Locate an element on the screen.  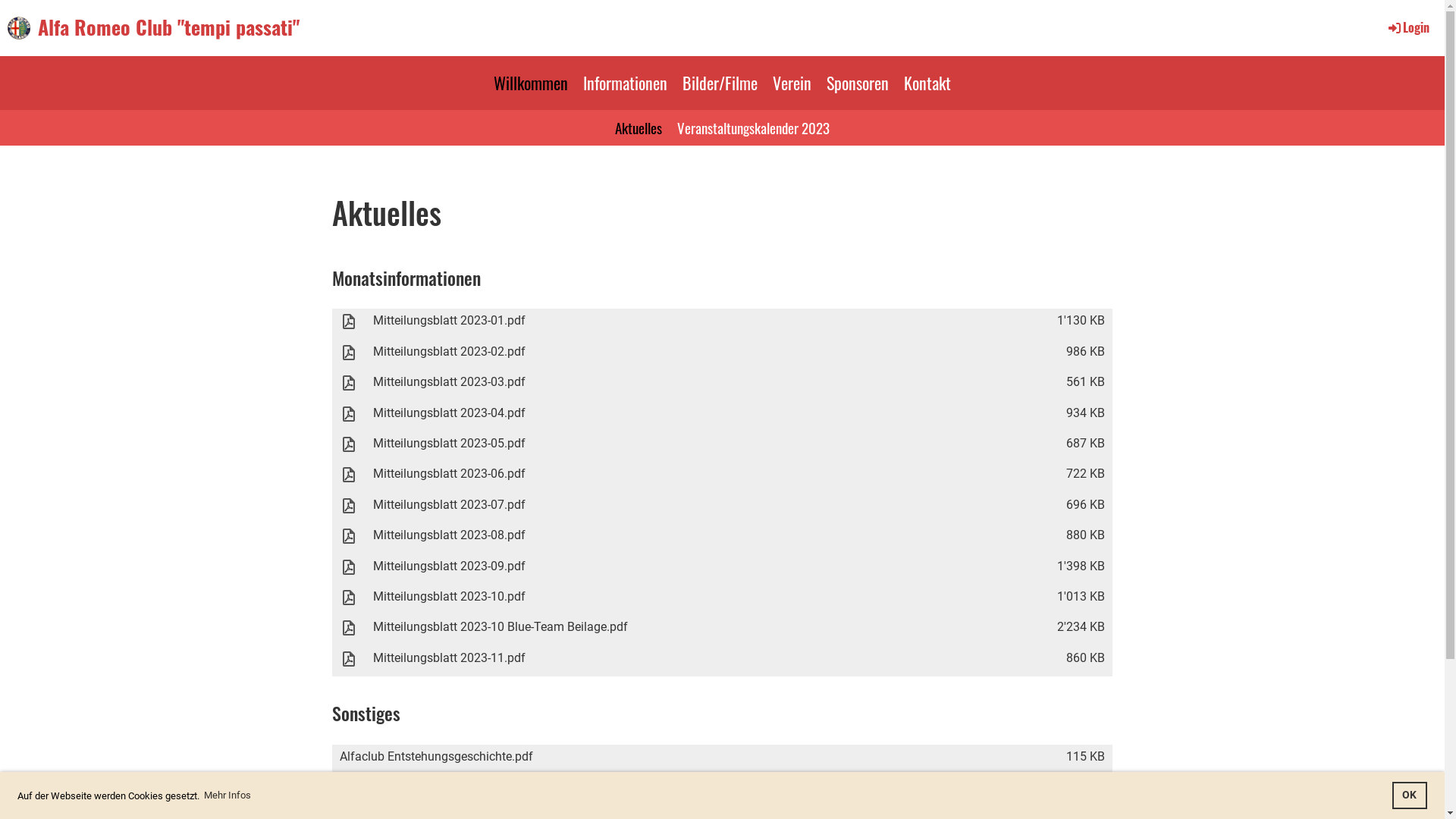
'Veranstaltungskalender 2023' is located at coordinates (753, 127).